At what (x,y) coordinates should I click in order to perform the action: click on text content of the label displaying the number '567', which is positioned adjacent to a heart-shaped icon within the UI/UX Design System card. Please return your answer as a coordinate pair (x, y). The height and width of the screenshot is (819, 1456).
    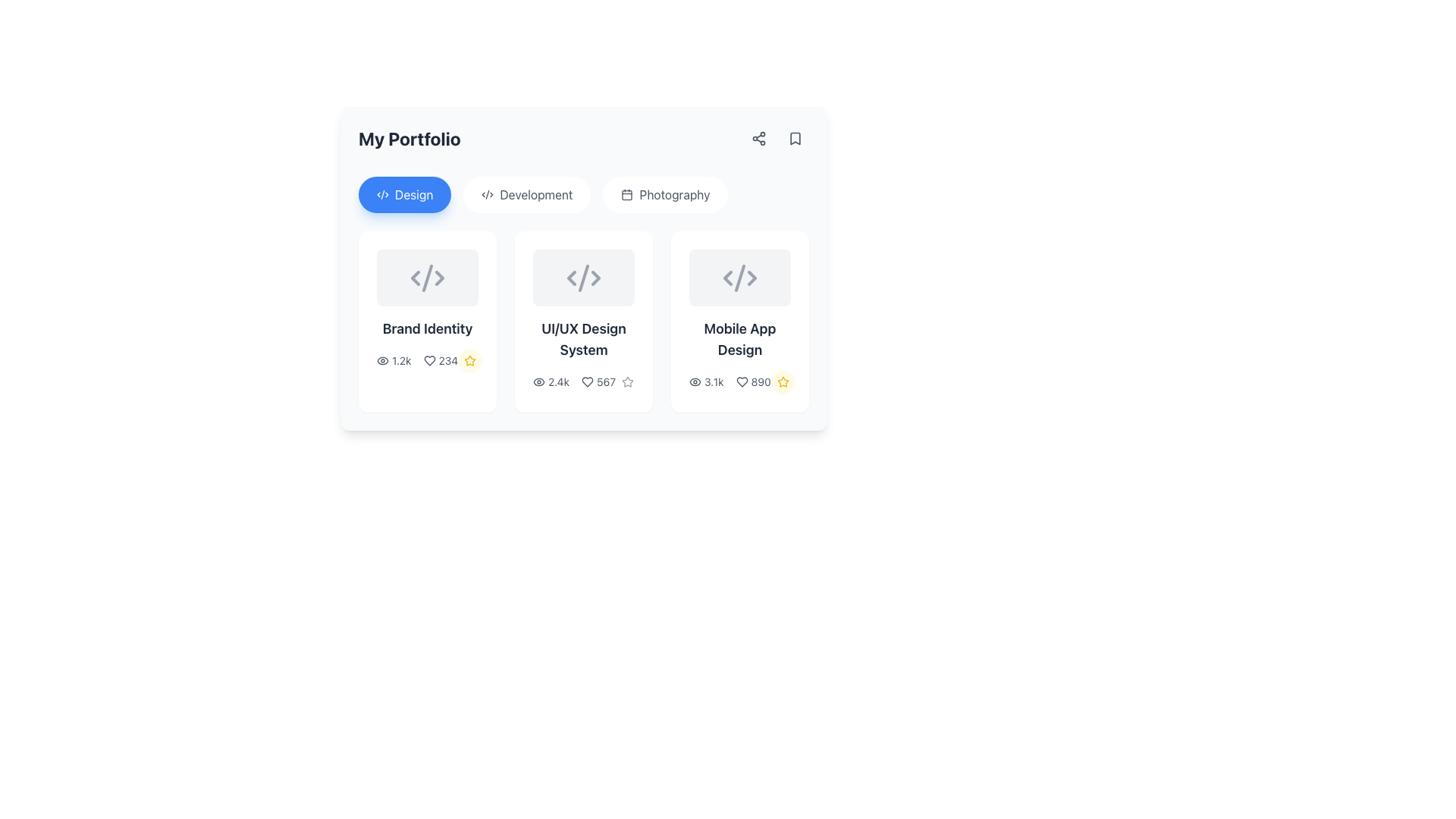
    Looking at the image, I should click on (598, 381).